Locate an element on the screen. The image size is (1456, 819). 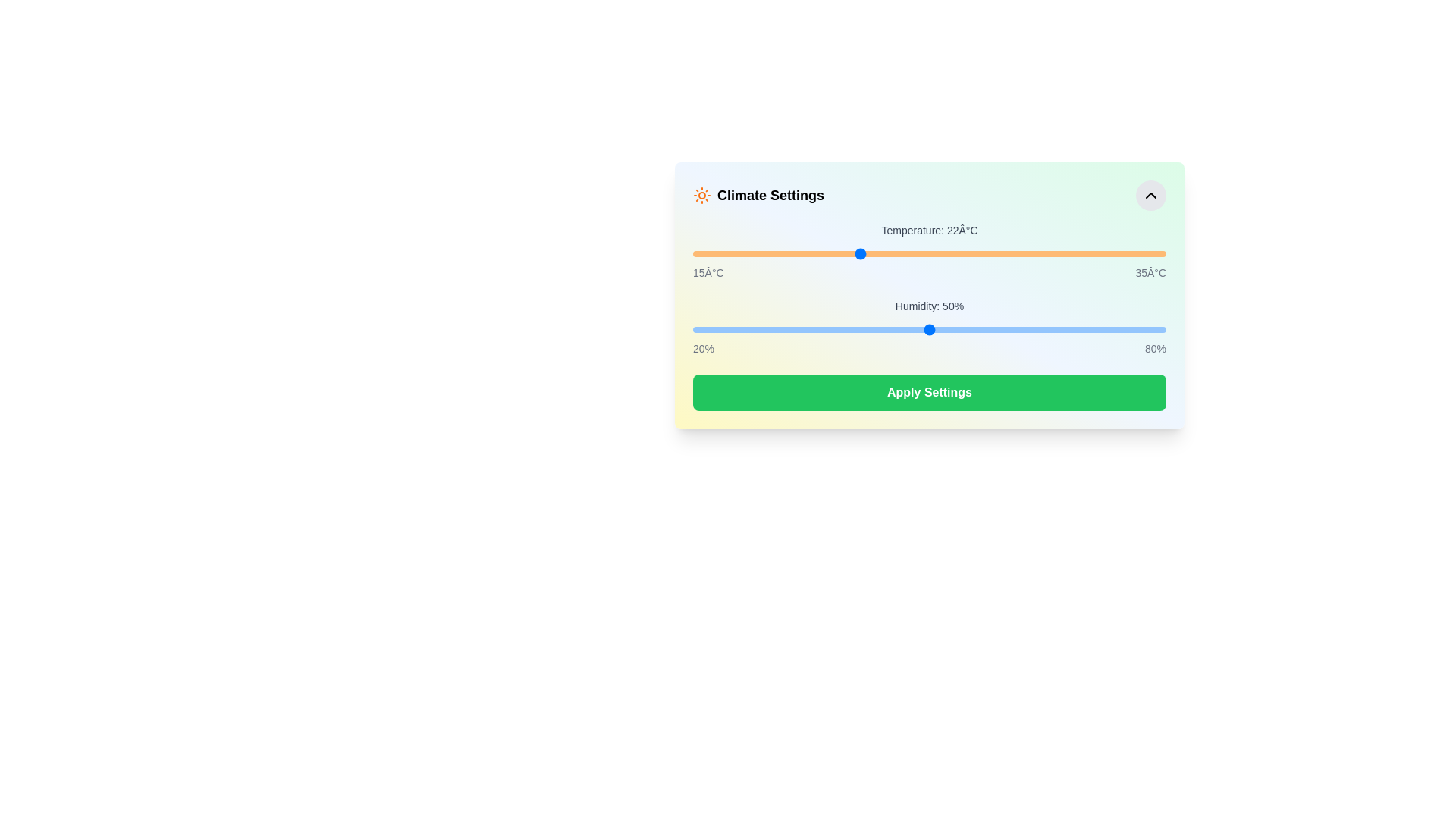
the temperature is located at coordinates (834, 253).